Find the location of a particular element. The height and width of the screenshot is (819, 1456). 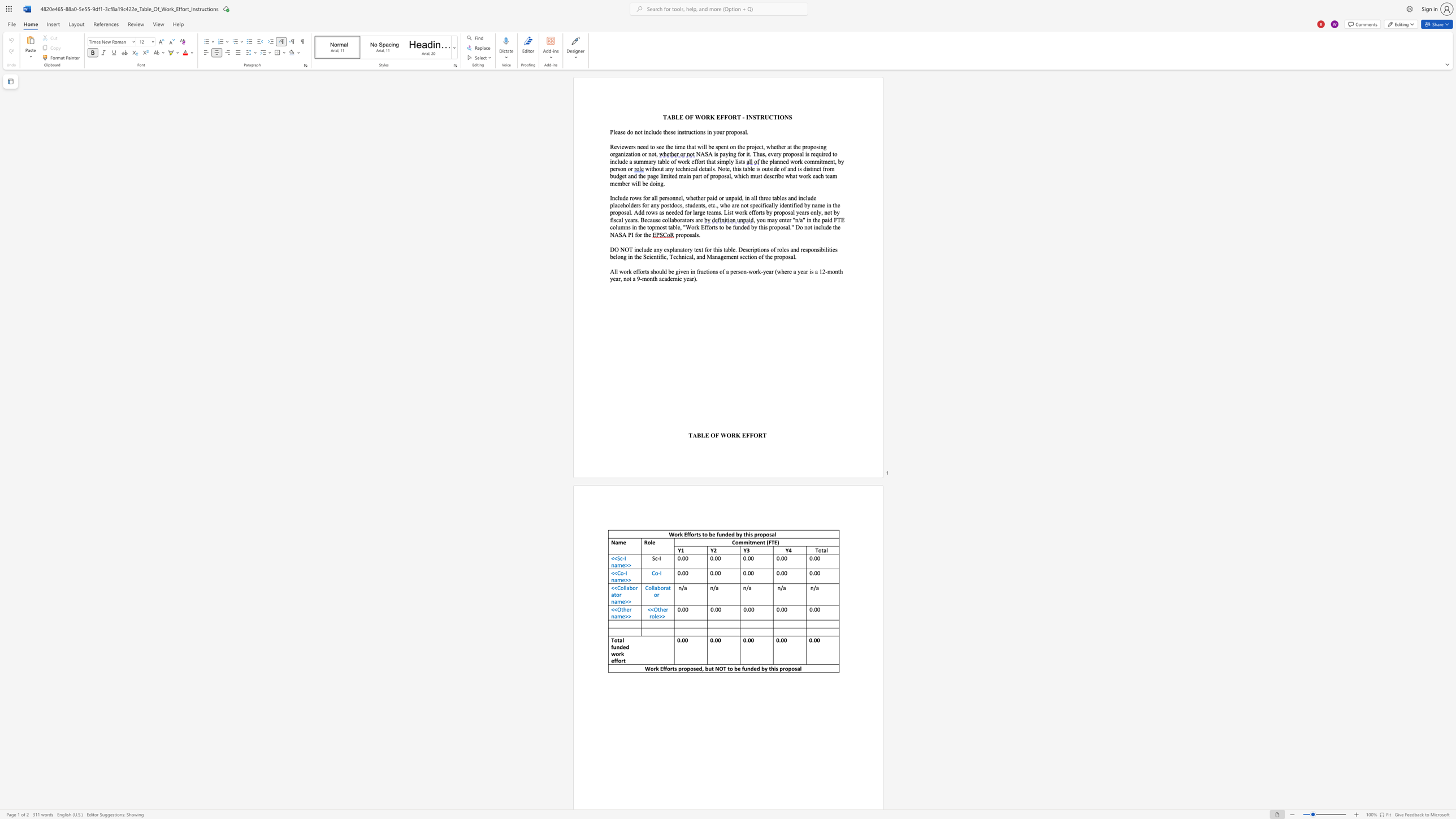

the subset text "Other r" within the text "<<Other role>>" is located at coordinates (653, 609).